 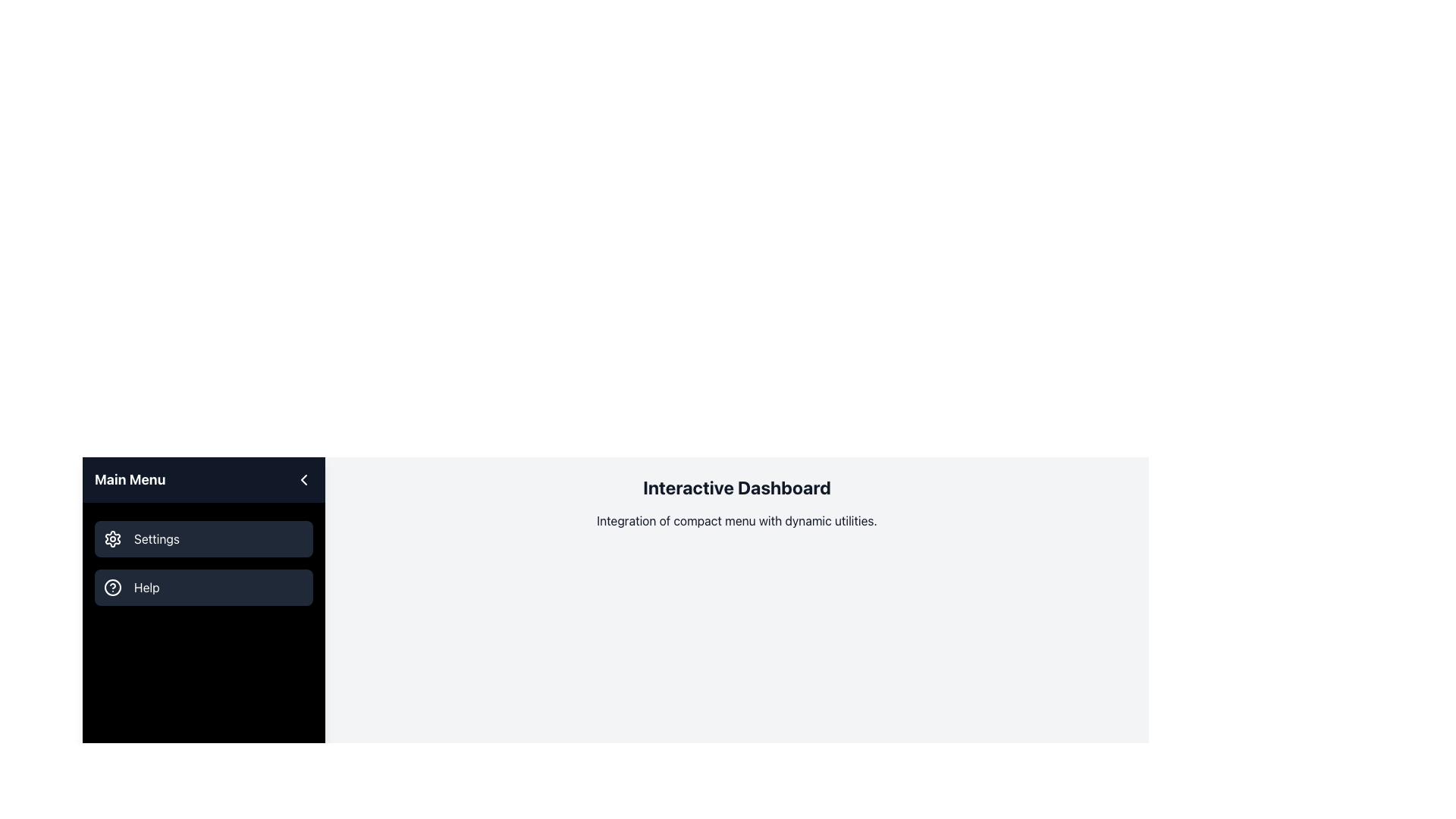 I want to click on the 'Help' text label, which is displayed in white font within the second menu item of the 'Main Menu' sidebar, located to the right of a circular question mark icon, so click(x=146, y=587).